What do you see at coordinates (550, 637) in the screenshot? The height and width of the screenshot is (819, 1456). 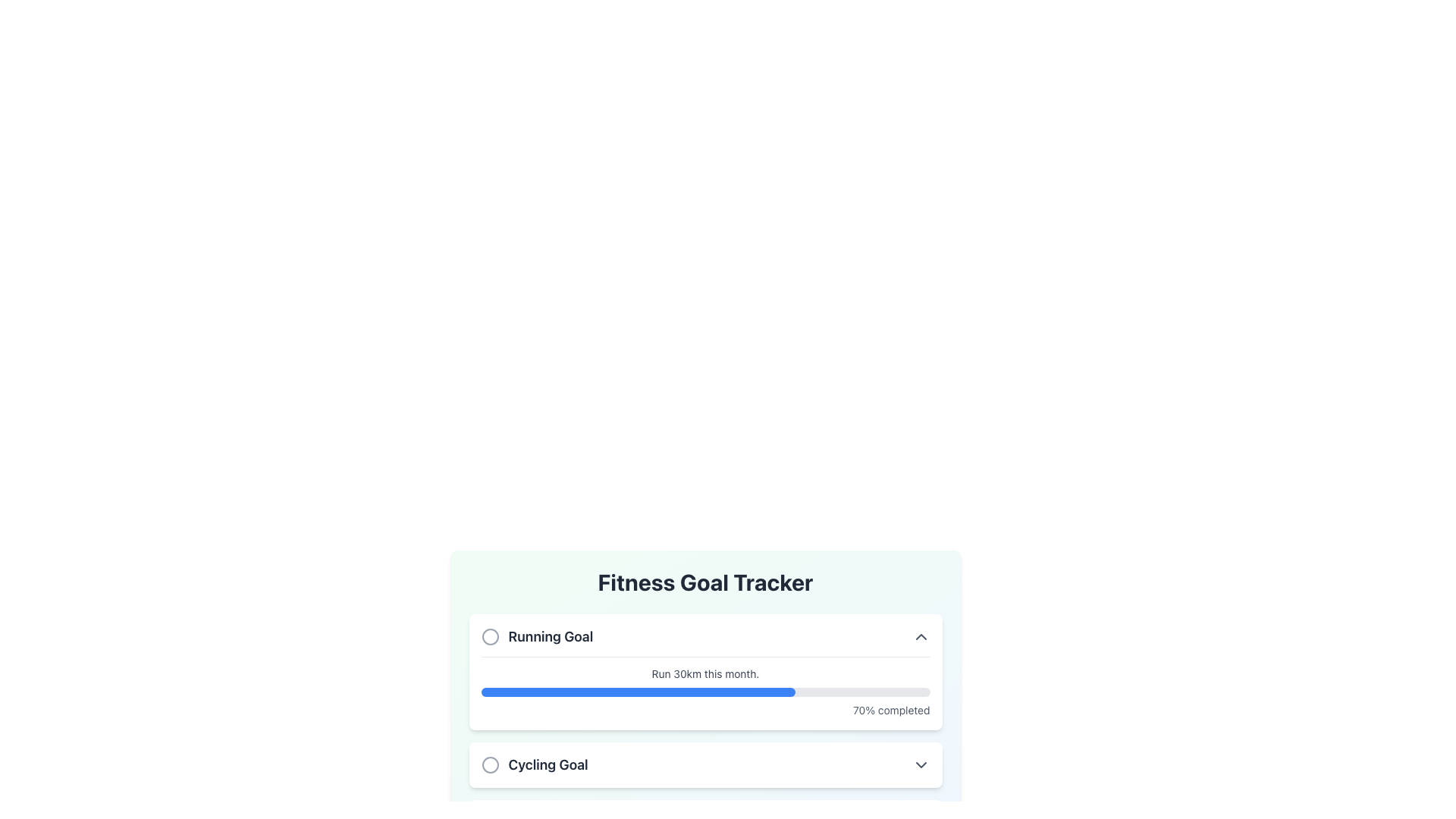 I see `the 'Running Goal' Text Label within the Fitness Goal Tracker interface, which serves as a label for the associated fitness goal entry` at bounding box center [550, 637].